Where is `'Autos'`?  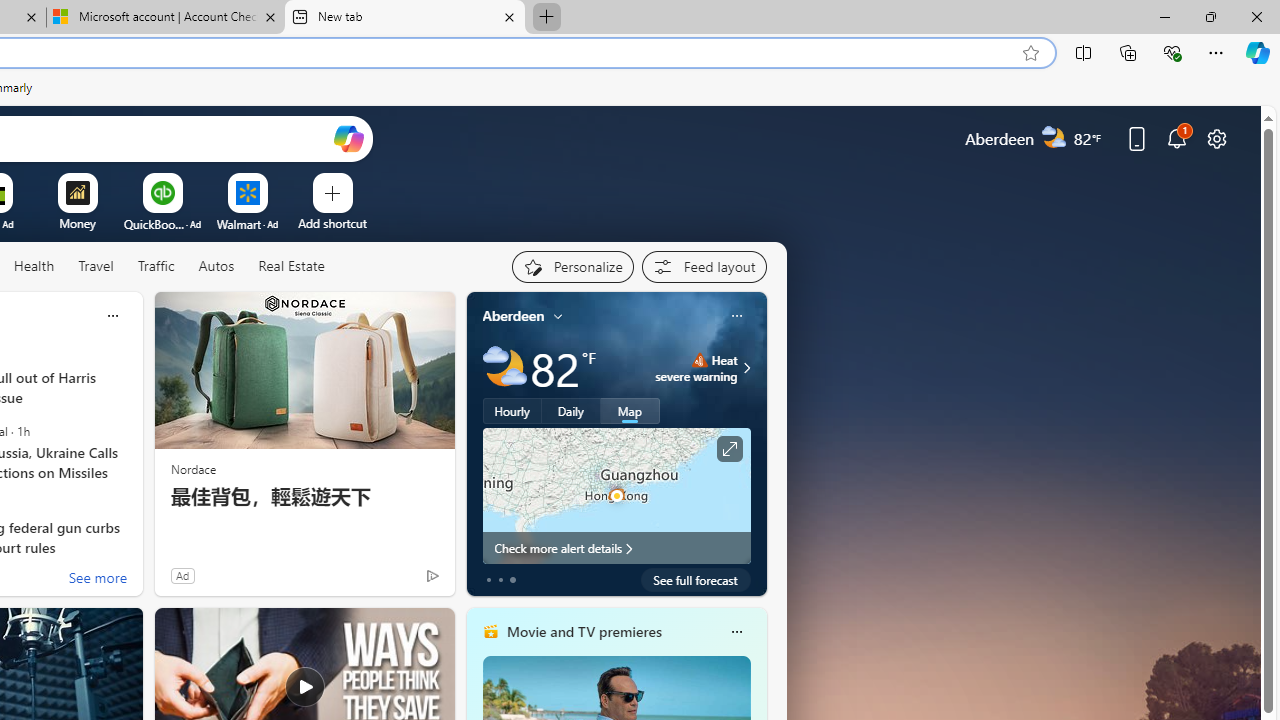 'Autos' is located at coordinates (216, 265).